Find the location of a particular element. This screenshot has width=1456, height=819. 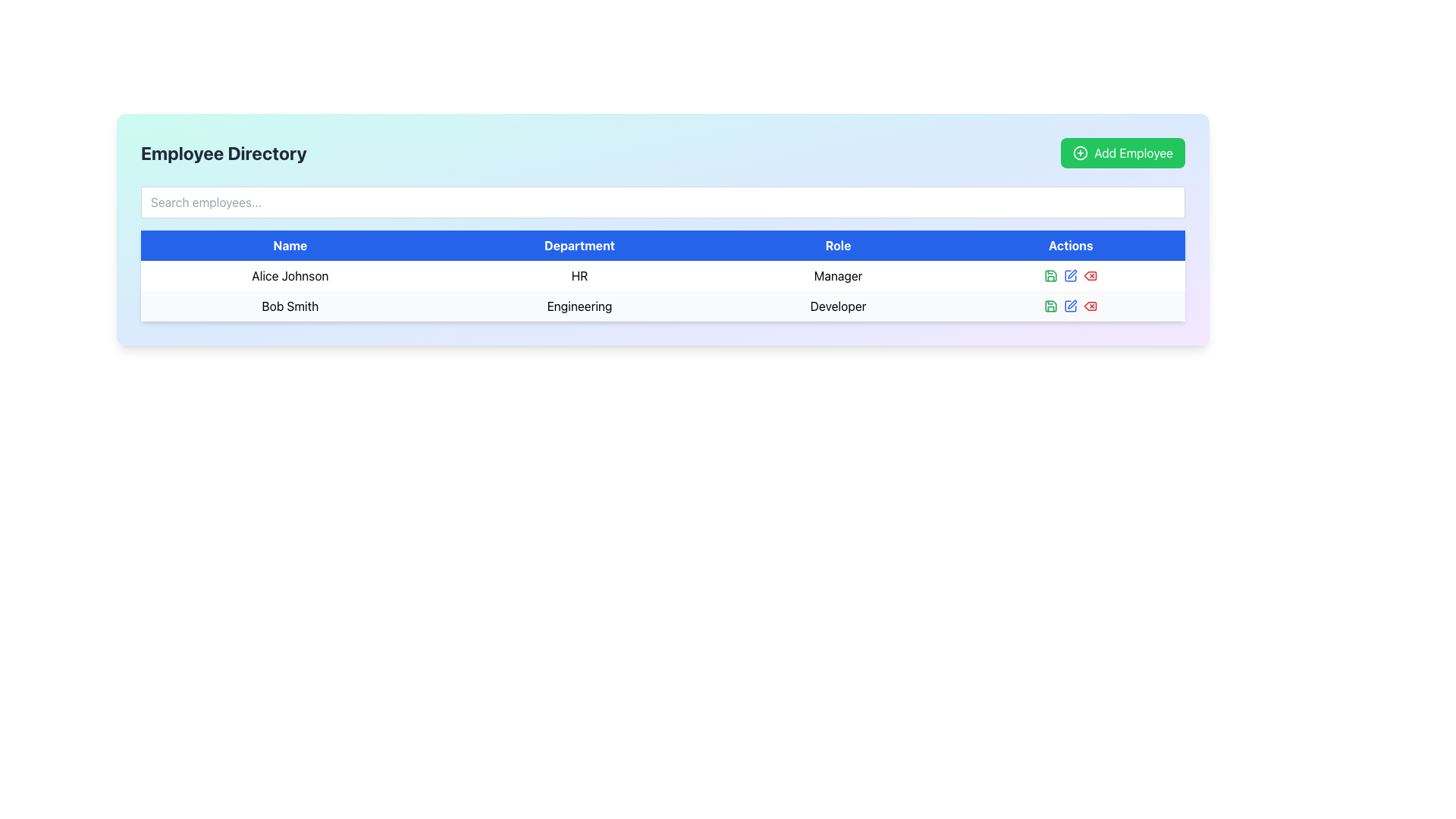

the second row of the table displaying details about an individual entry, which includes name, department, and role, located beneath the row for 'Alice Johnson' is located at coordinates (663, 306).